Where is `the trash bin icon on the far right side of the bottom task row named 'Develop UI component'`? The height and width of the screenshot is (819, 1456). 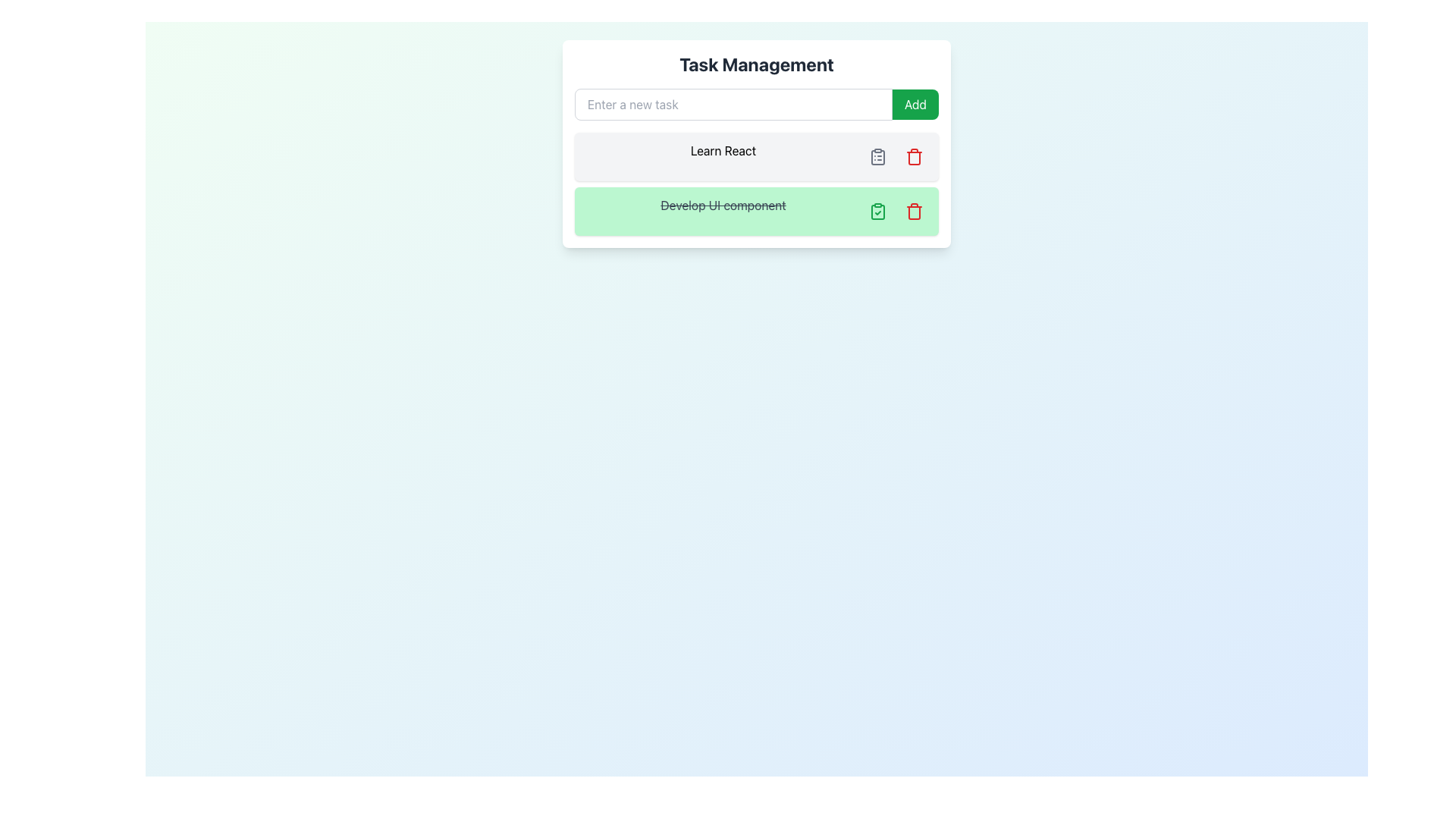 the trash bin icon on the far right side of the bottom task row named 'Develop UI component' is located at coordinates (913, 213).